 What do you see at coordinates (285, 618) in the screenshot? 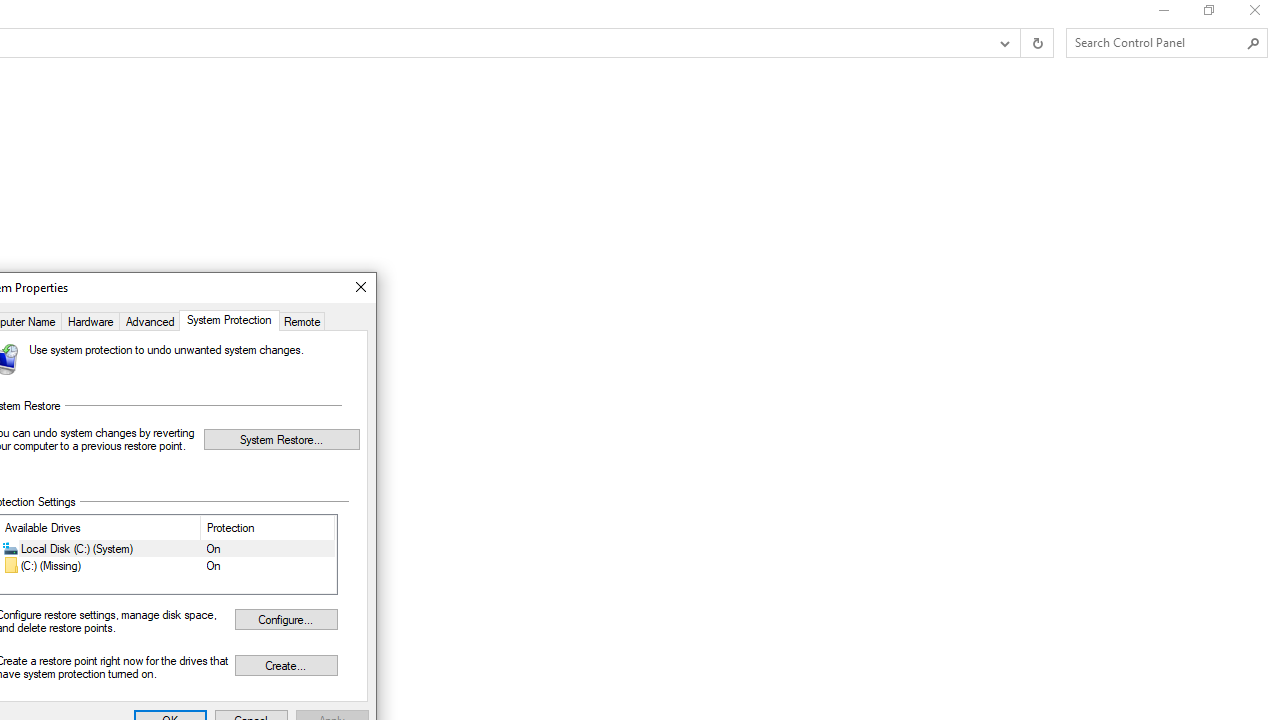
I see `'Configure...'` at bounding box center [285, 618].